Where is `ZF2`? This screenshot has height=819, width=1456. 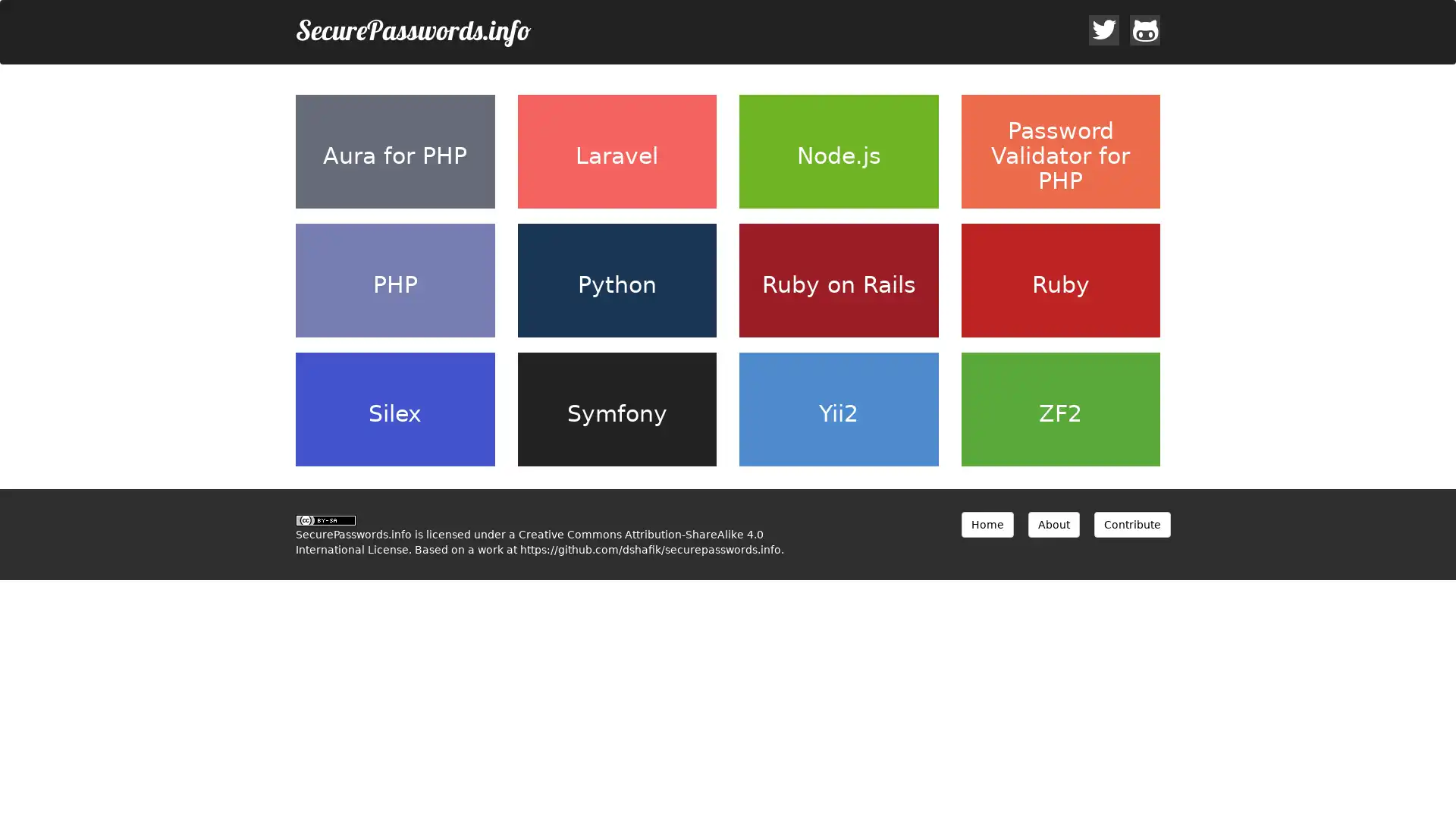
ZF2 is located at coordinates (1059, 409).